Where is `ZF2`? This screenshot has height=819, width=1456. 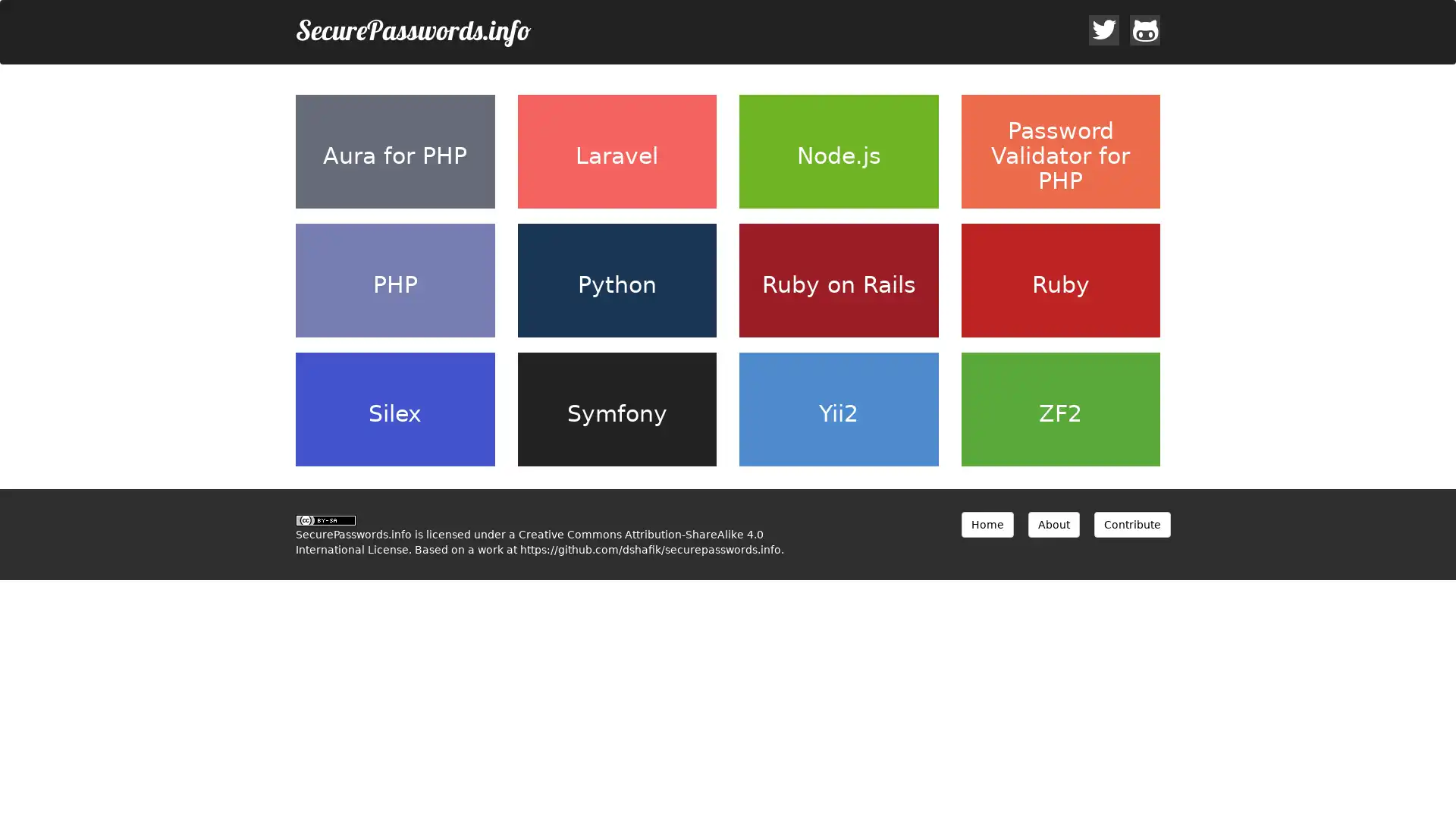
ZF2 is located at coordinates (1059, 409).